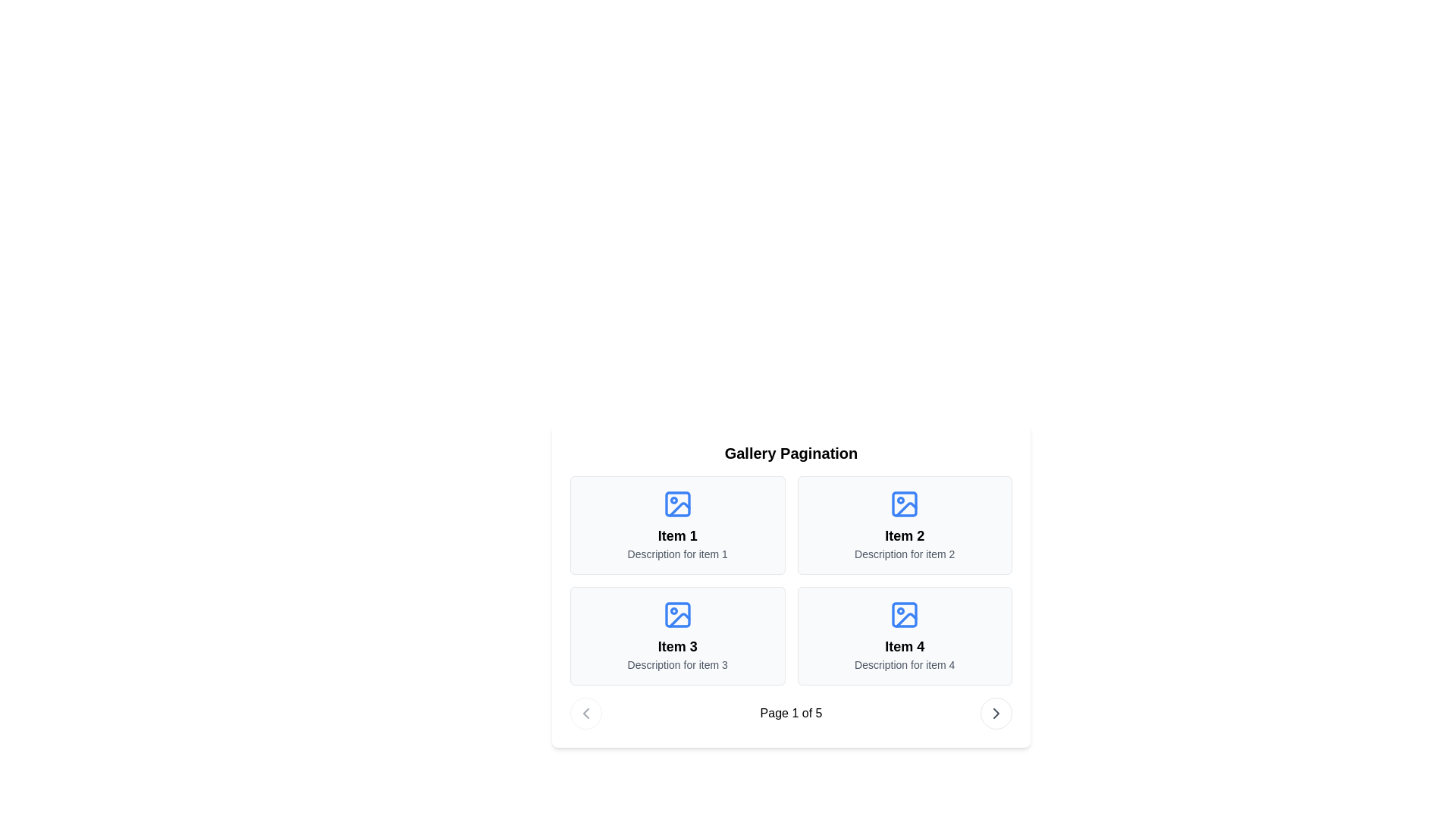 This screenshot has width=1456, height=819. I want to click on the right-pointing chevron icon within the circular button located at the bottom-right of the 'Gallery Pagination' section, so click(996, 714).